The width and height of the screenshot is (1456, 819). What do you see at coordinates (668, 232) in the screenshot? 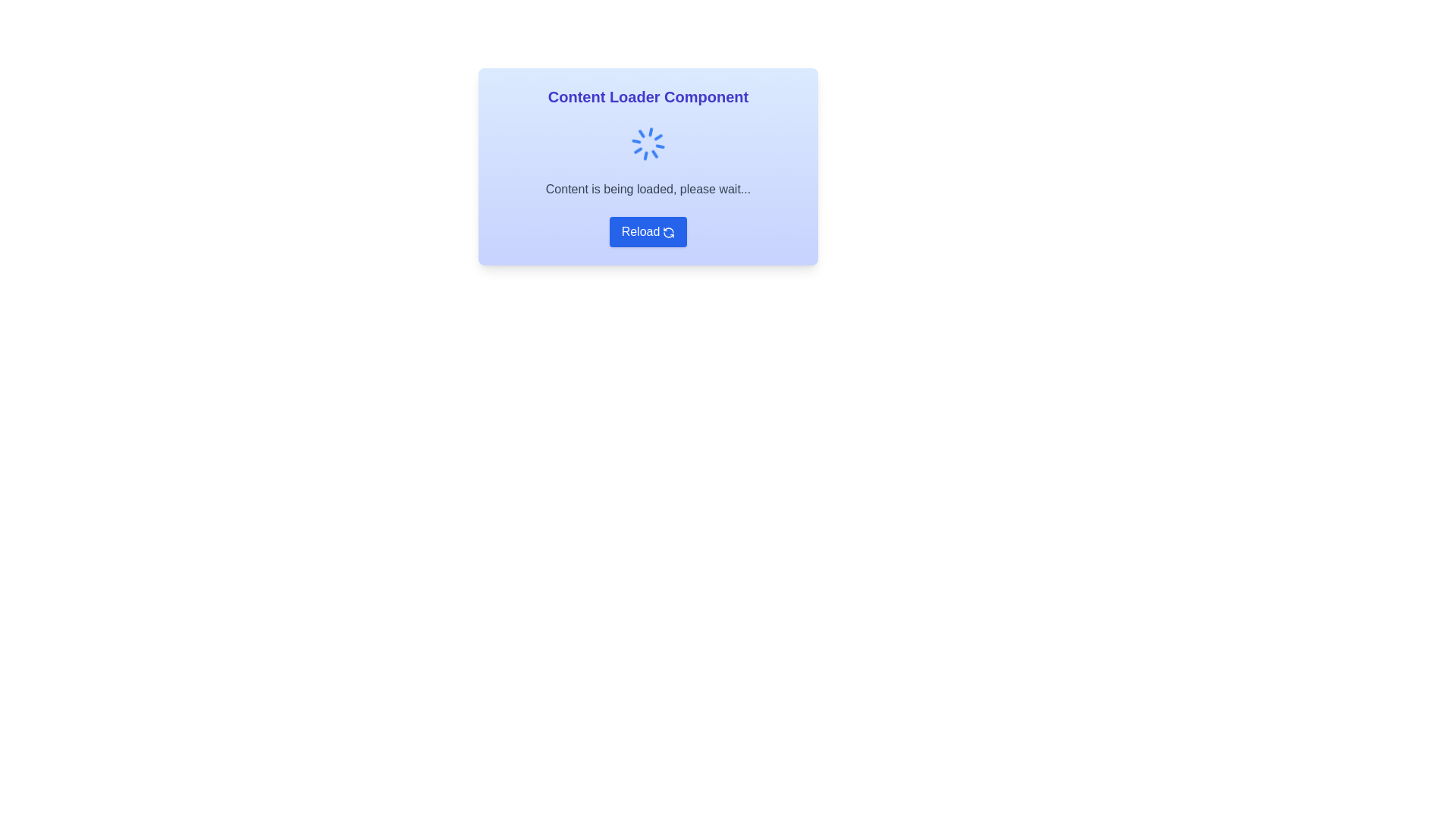
I see `the reload icon within the blue 'Reload' button, which is located to the right of the text 'Reload'` at bounding box center [668, 232].